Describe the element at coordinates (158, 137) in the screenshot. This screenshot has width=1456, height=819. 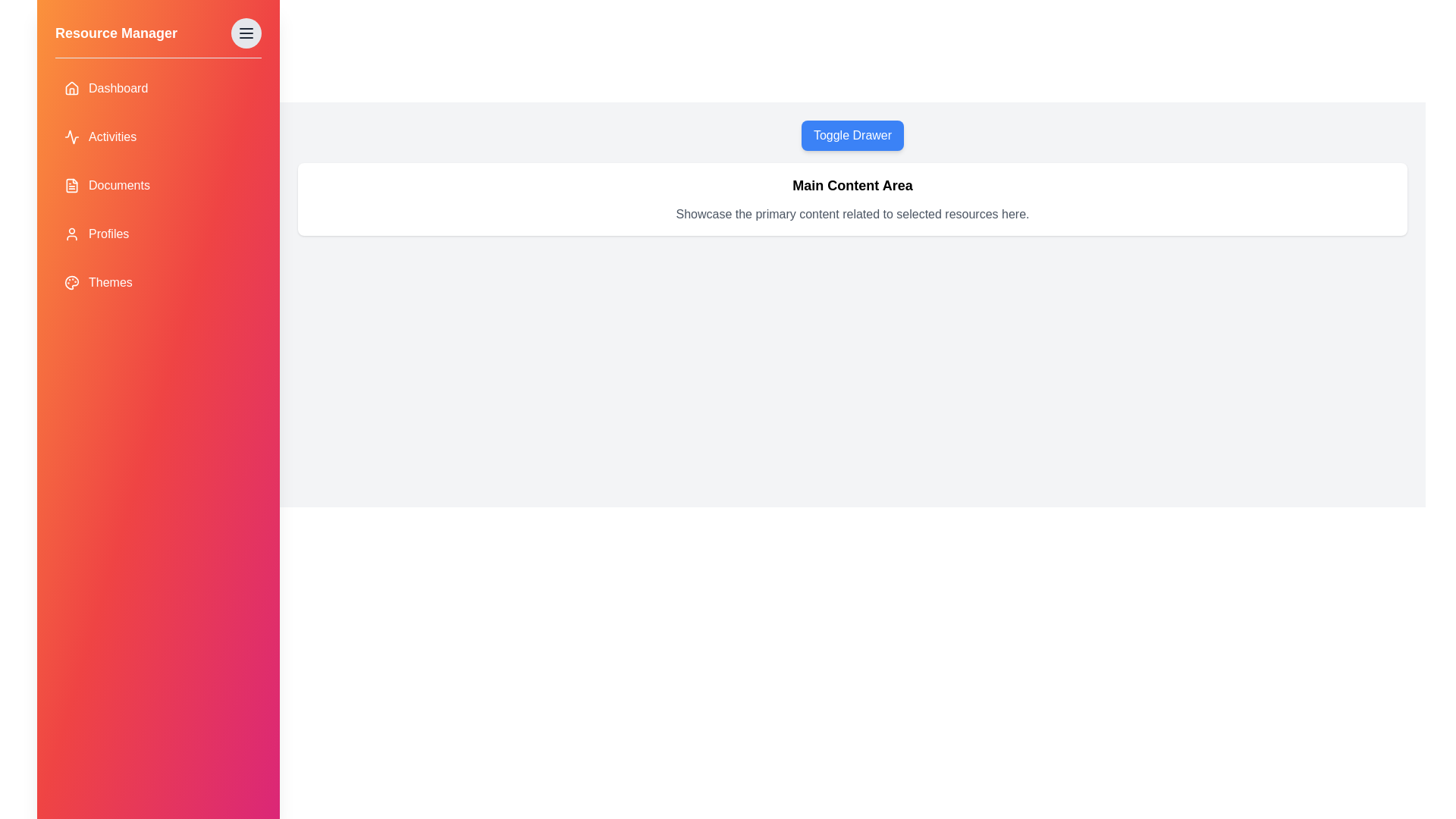
I see `the Activities item in the drawer to navigate to that section` at that location.